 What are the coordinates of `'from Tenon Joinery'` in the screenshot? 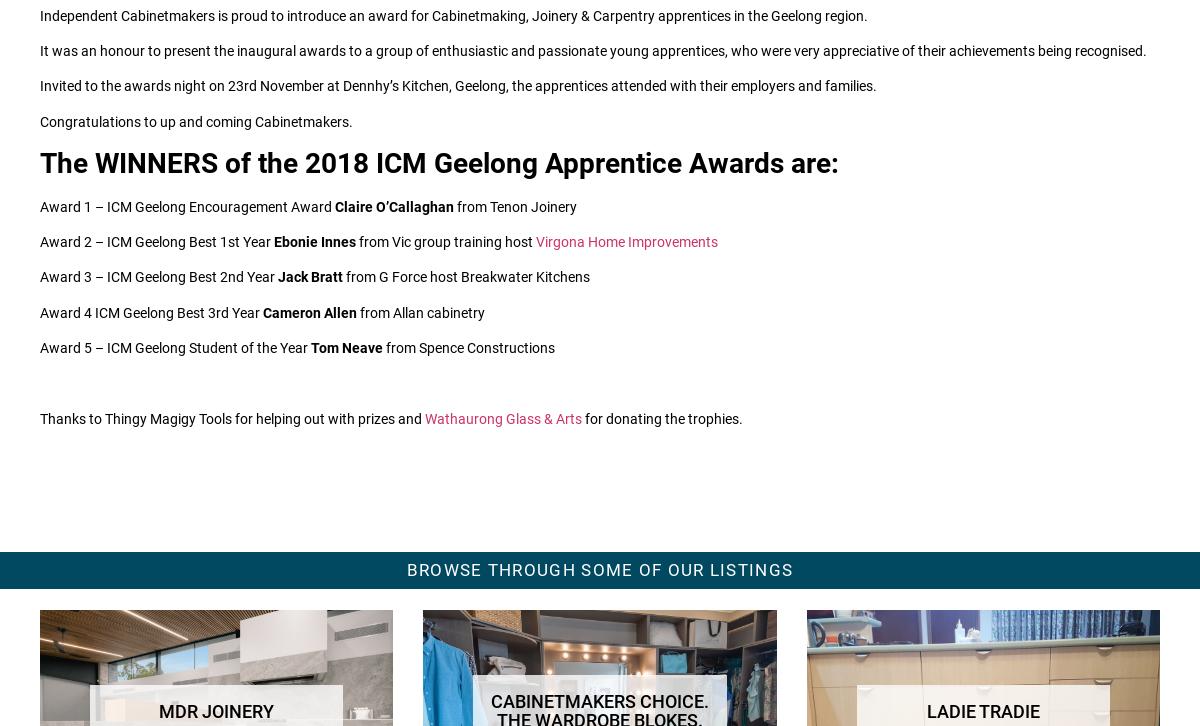 It's located at (452, 204).